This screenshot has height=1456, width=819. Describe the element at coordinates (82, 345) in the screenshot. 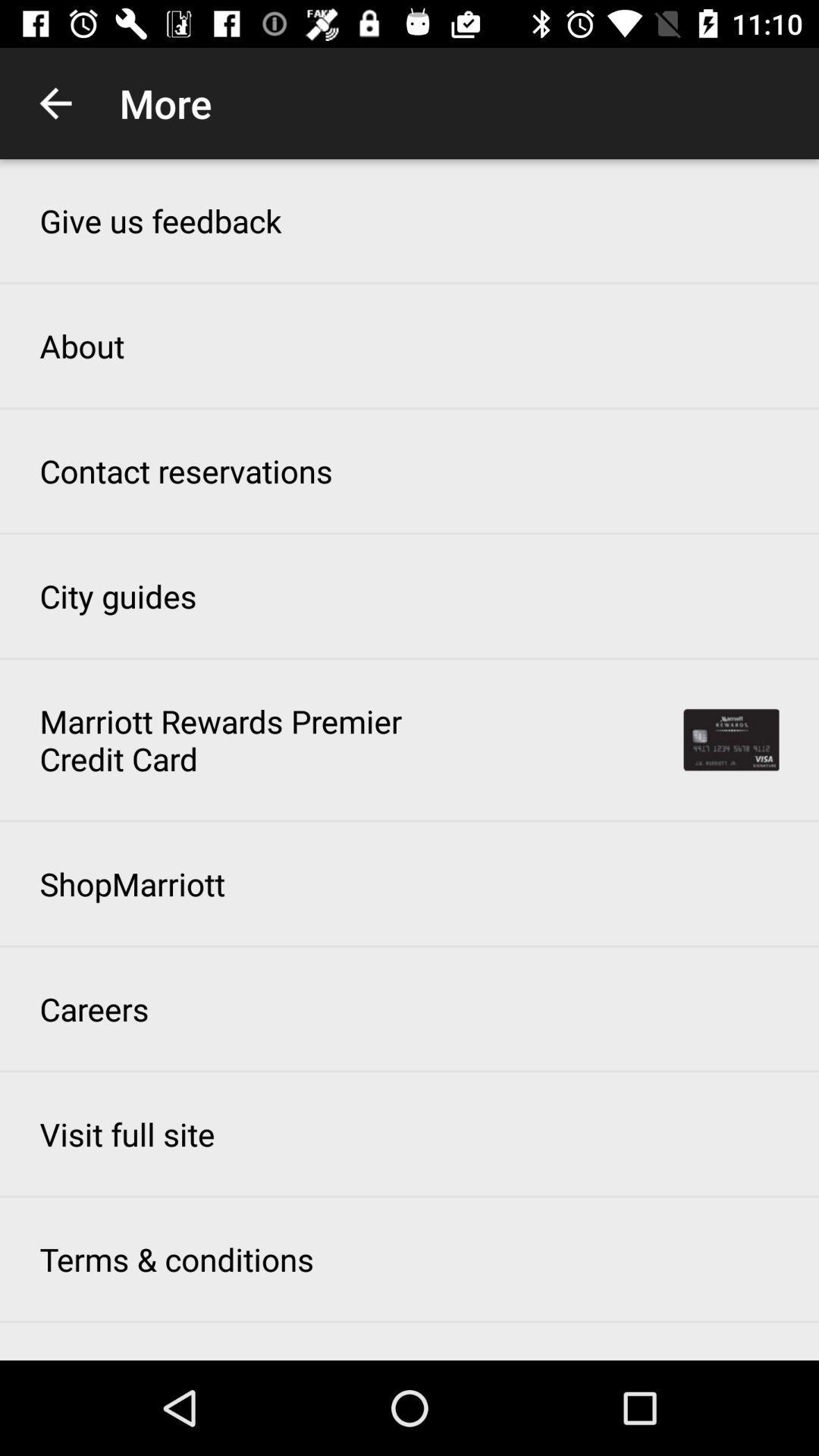

I see `item above the contact reservations` at that location.